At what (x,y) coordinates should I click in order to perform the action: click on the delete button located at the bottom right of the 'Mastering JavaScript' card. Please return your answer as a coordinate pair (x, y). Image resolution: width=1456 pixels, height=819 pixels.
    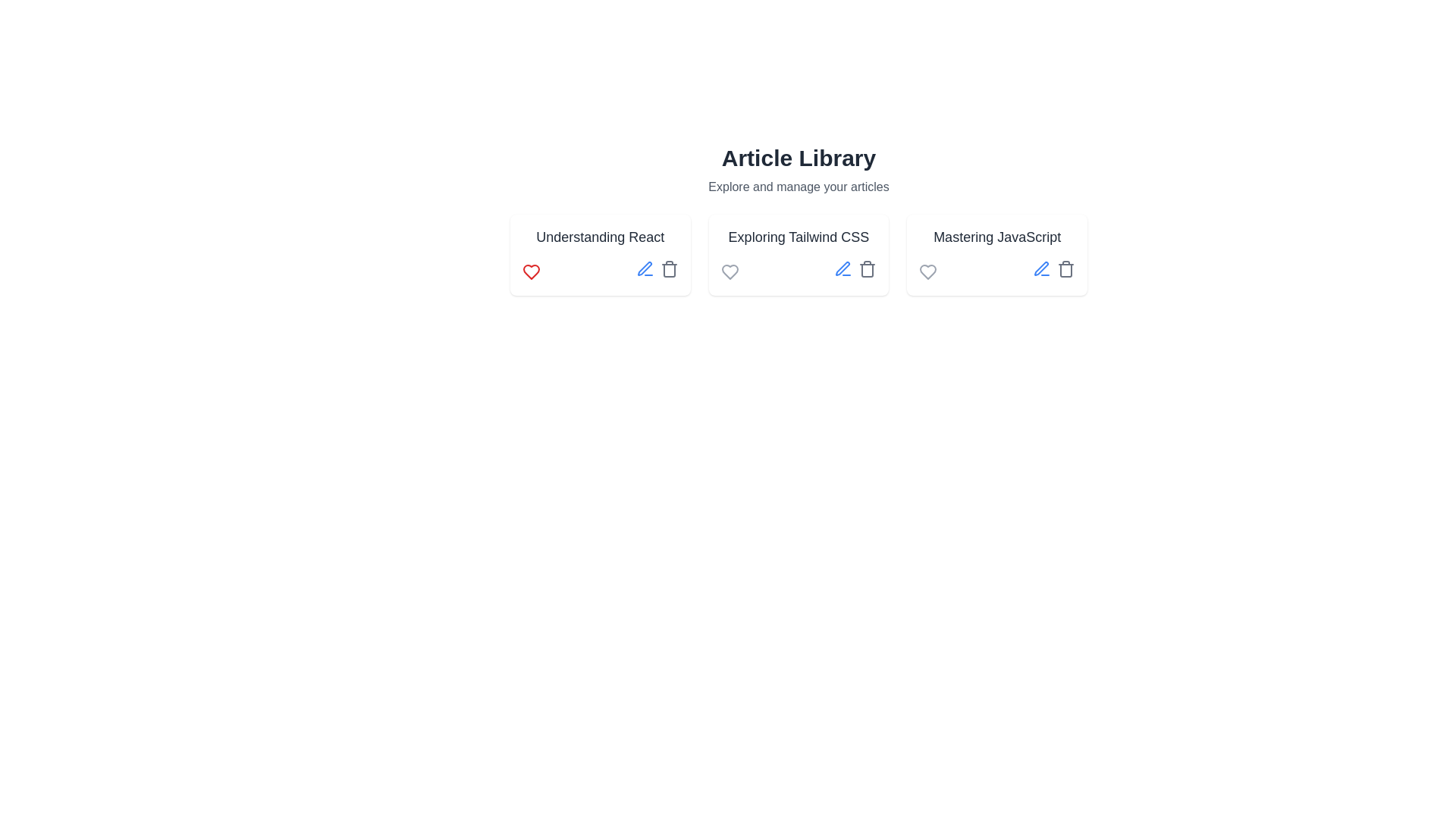
    Looking at the image, I should click on (1065, 268).